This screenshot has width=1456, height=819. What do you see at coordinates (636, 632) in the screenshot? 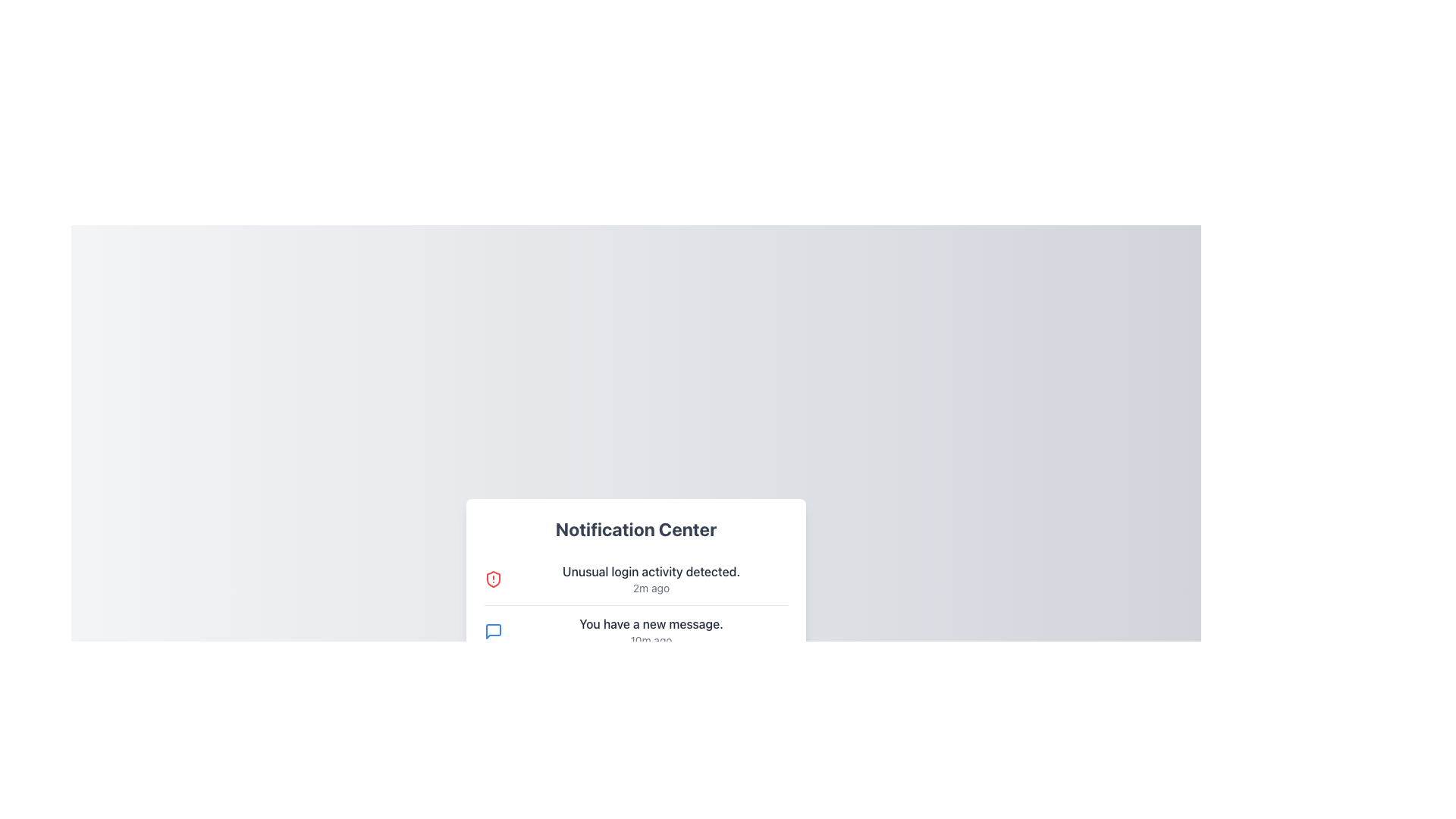
I see `the list of recent notifications displayed in the 'Notification Center', which is located below the title and above the 'Clear All Notifications' button` at bounding box center [636, 632].